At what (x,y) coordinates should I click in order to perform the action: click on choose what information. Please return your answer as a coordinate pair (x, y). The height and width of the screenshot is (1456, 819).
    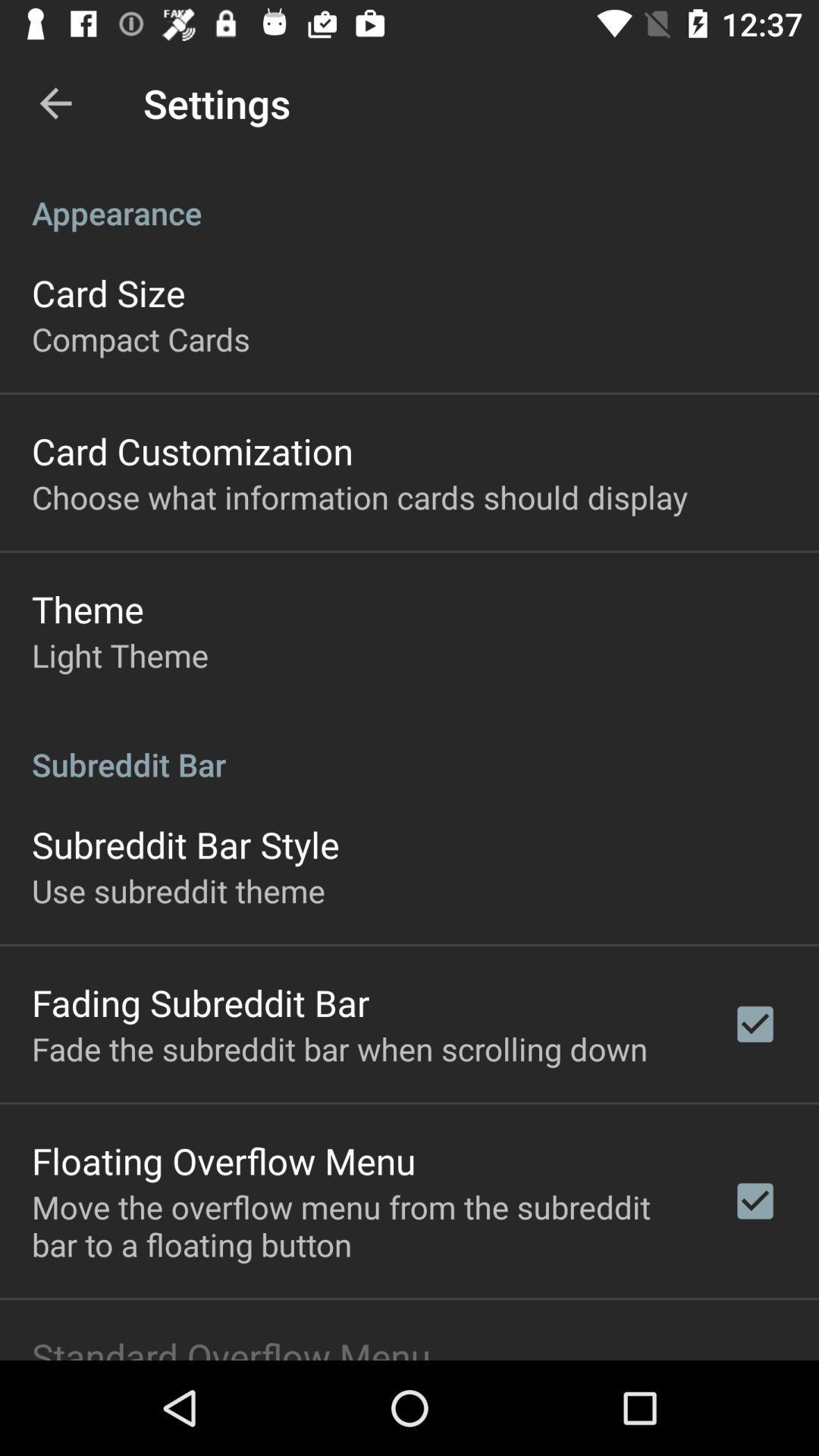
    Looking at the image, I should click on (359, 497).